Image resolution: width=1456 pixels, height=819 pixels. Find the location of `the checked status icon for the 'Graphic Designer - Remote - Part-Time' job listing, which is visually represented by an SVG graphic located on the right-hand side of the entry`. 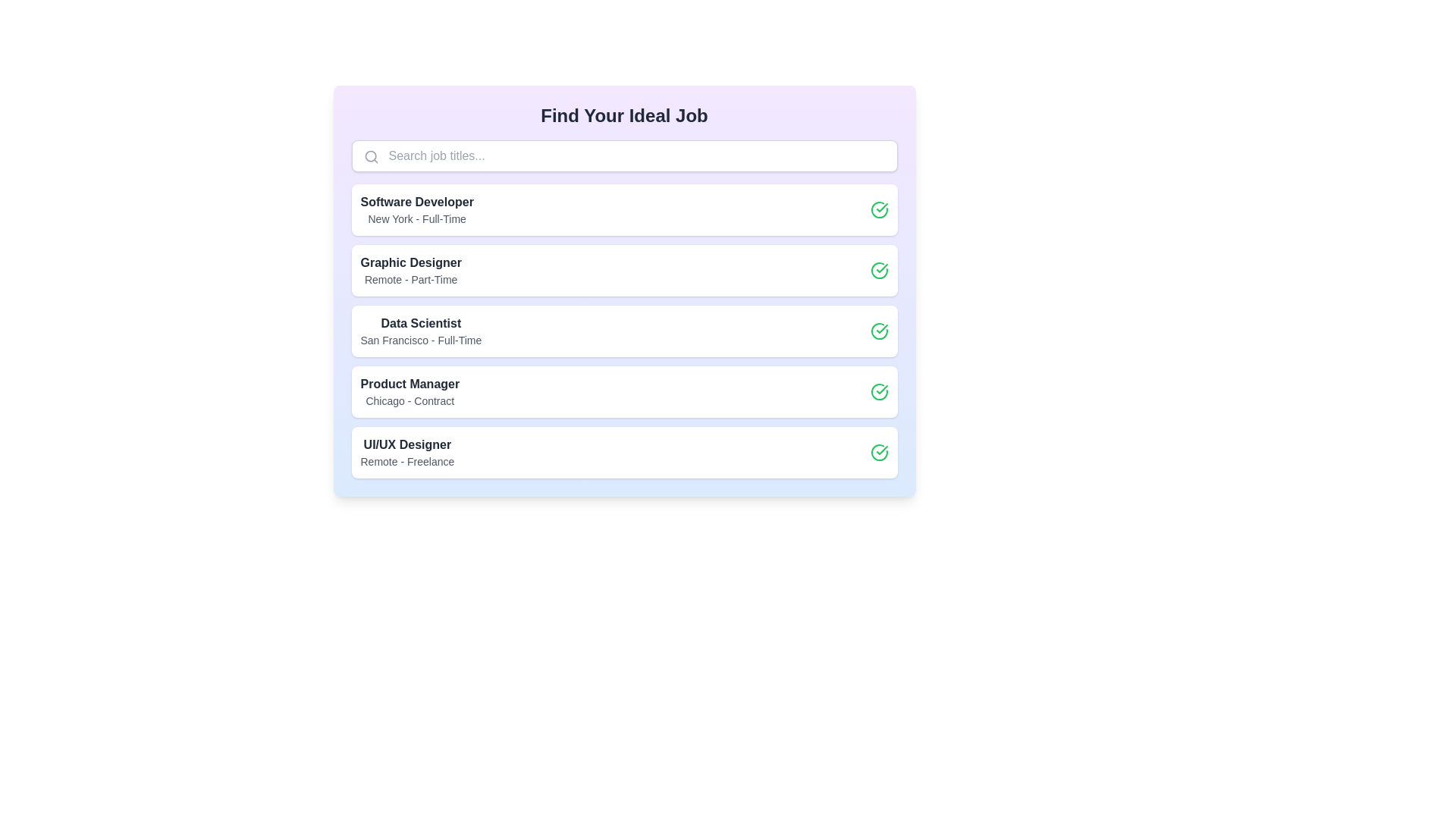

the checked status icon for the 'Graphic Designer - Remote - Part-Time' job listing, which is visually represented by an SVG graphic located on the right-hand side of the entry is located at coordinates (879, 270).